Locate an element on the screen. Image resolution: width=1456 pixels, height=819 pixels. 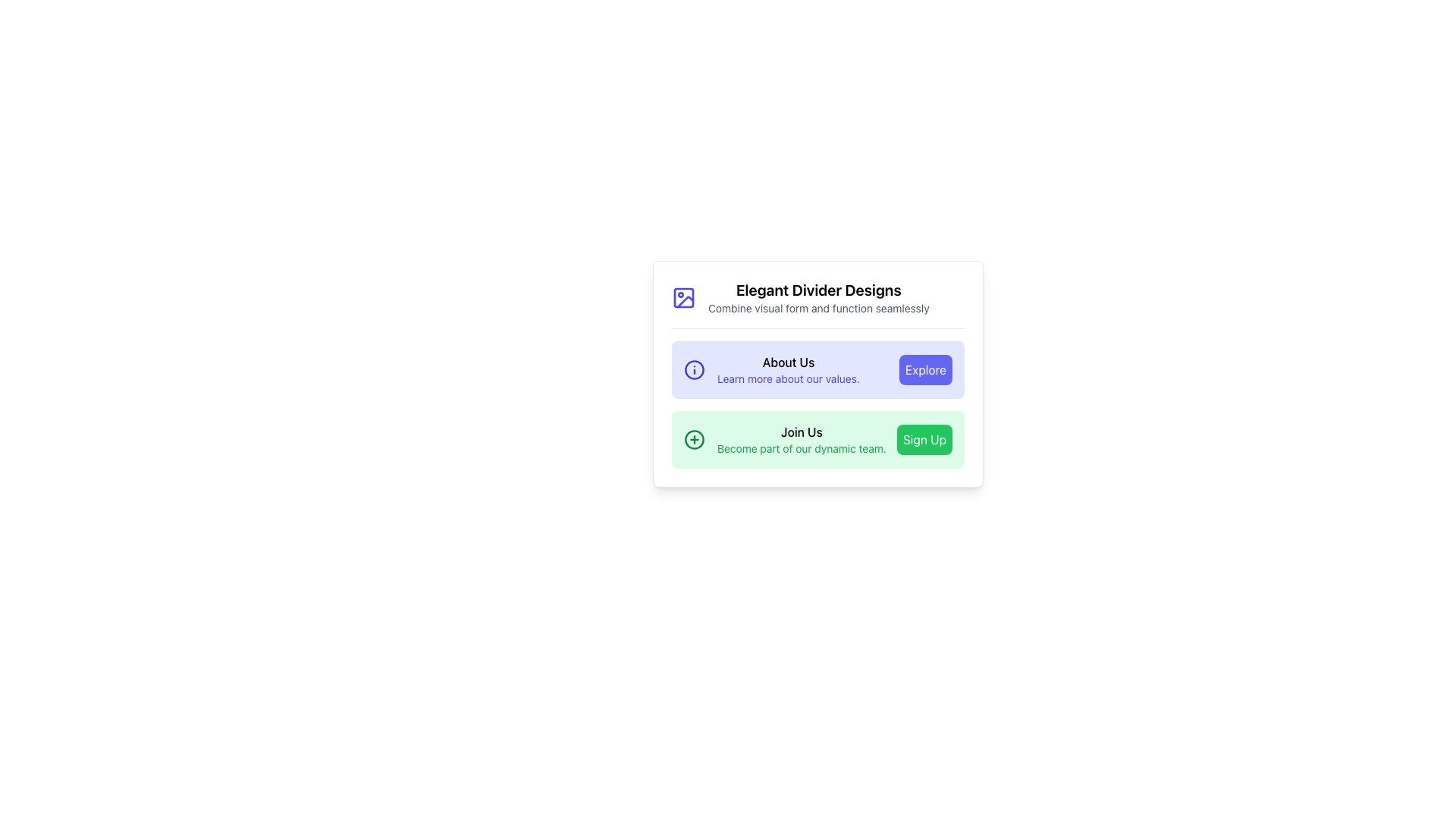
informational text that emphasizes teamwork and inclusivity, located below the 'Join Us' element in the green-highlighted section is located at coordinates (801, 447).